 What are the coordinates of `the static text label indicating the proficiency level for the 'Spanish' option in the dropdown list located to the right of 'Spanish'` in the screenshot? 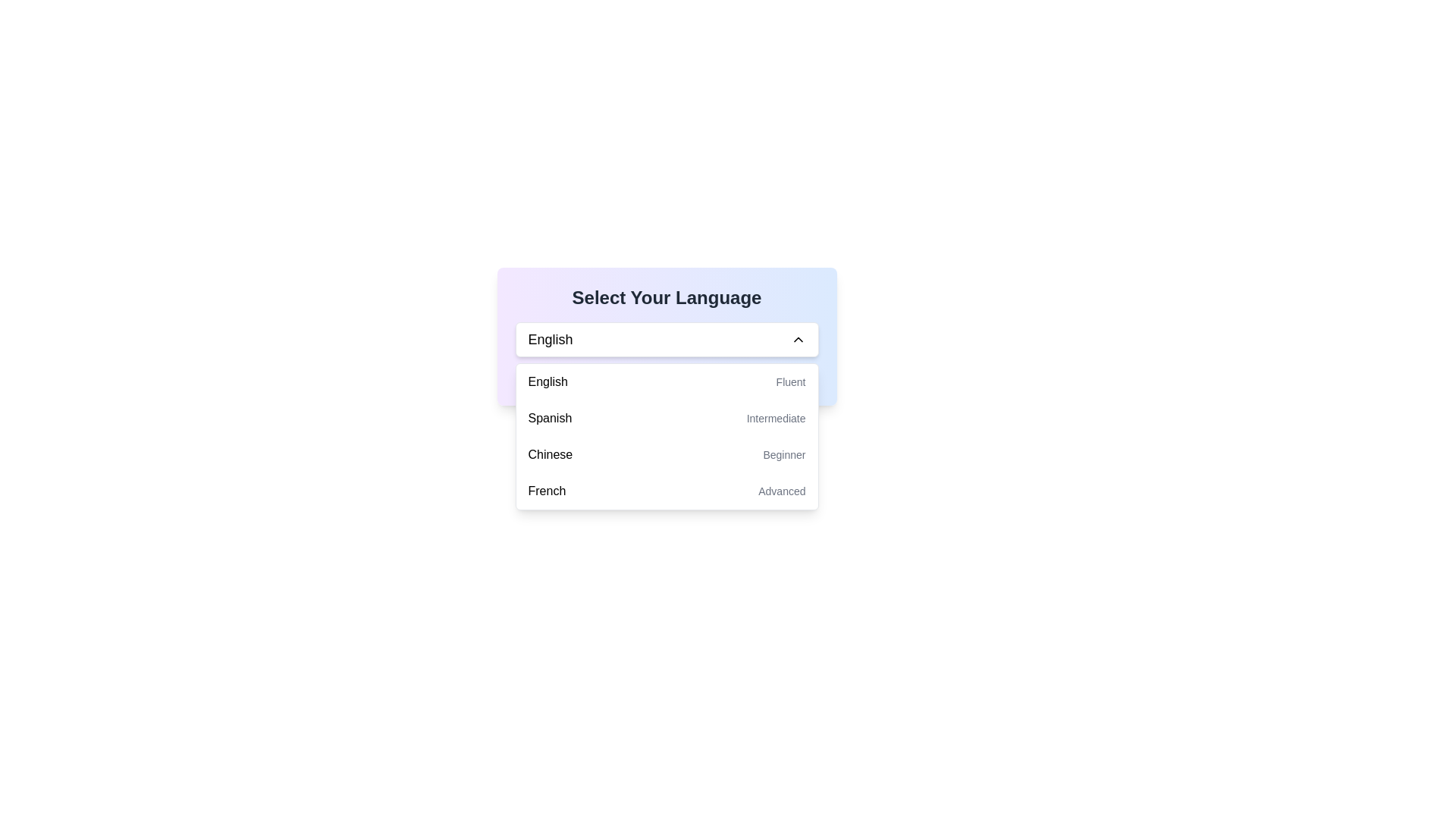 It's located at (776, 418).